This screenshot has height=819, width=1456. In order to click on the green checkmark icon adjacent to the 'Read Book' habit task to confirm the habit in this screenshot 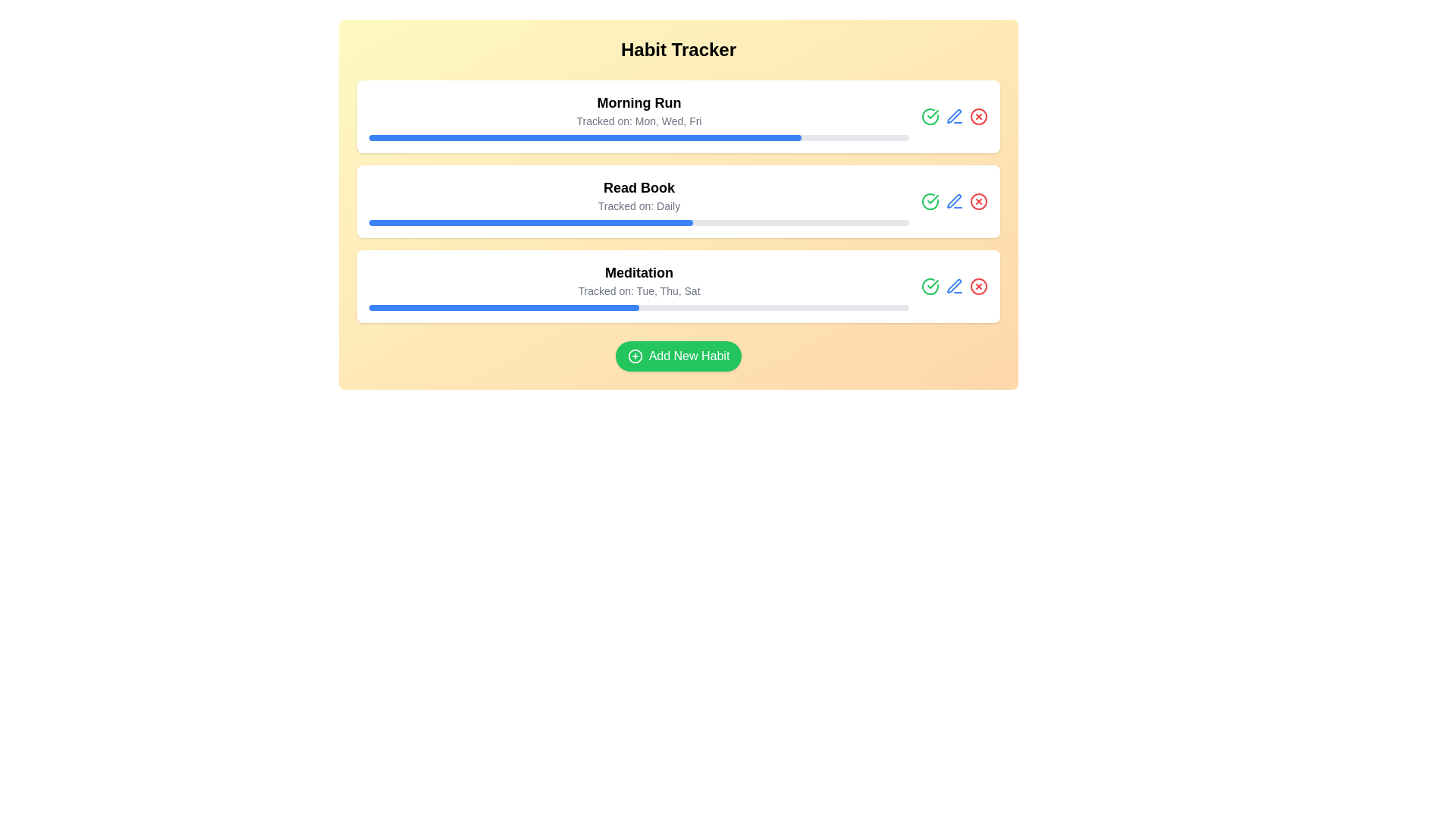, I will do `click(932, 113)`.